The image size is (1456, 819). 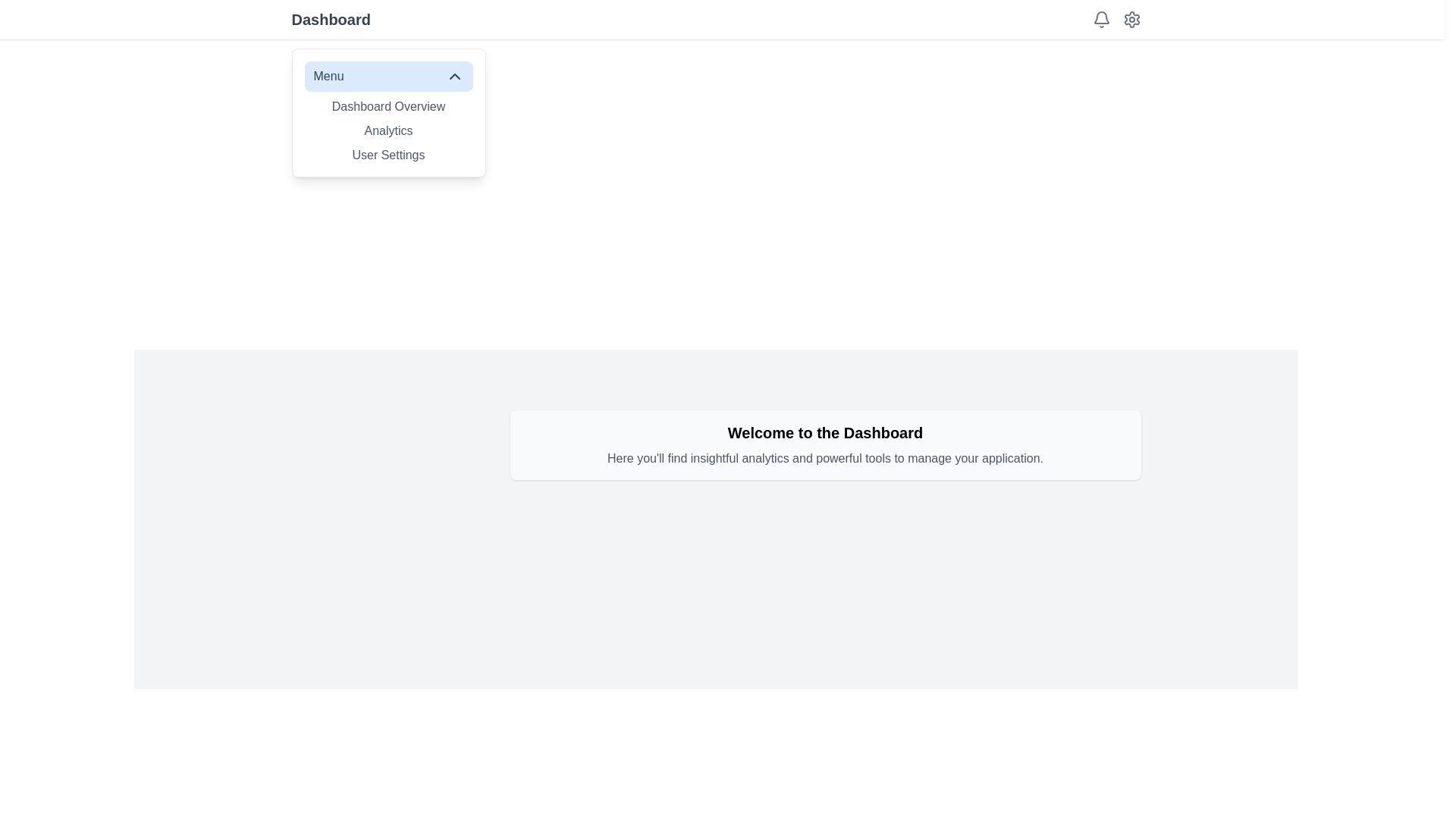 What do you see at coordinates (388, 76) in the screenshot?
I see `the expandable menu button located at the top center of the dropdown menu panel` at bounding box center [388, 76].